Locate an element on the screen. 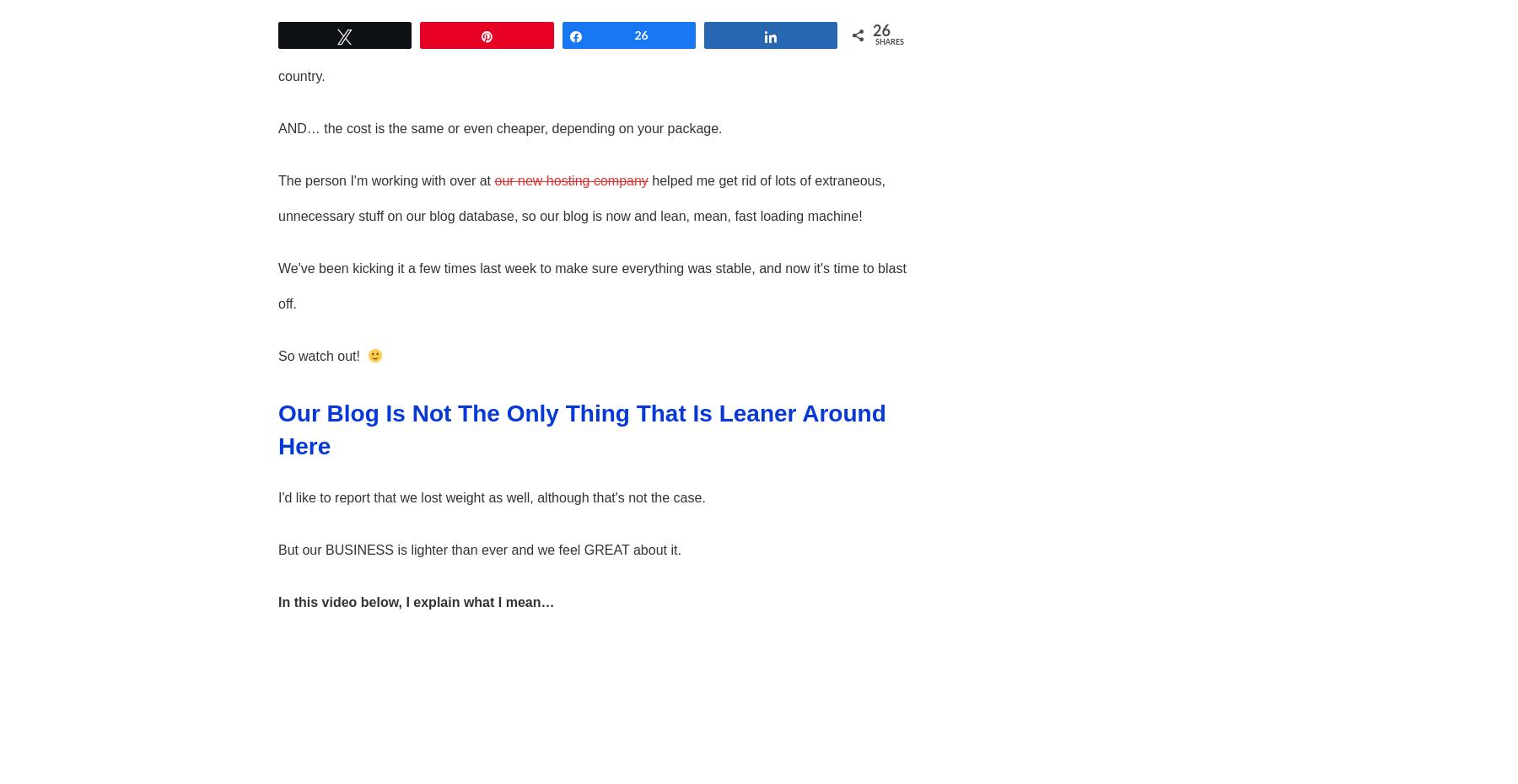 This screenshot has height=784, width=1518. 'our new hosting company' is located at coordinates (569, 180).